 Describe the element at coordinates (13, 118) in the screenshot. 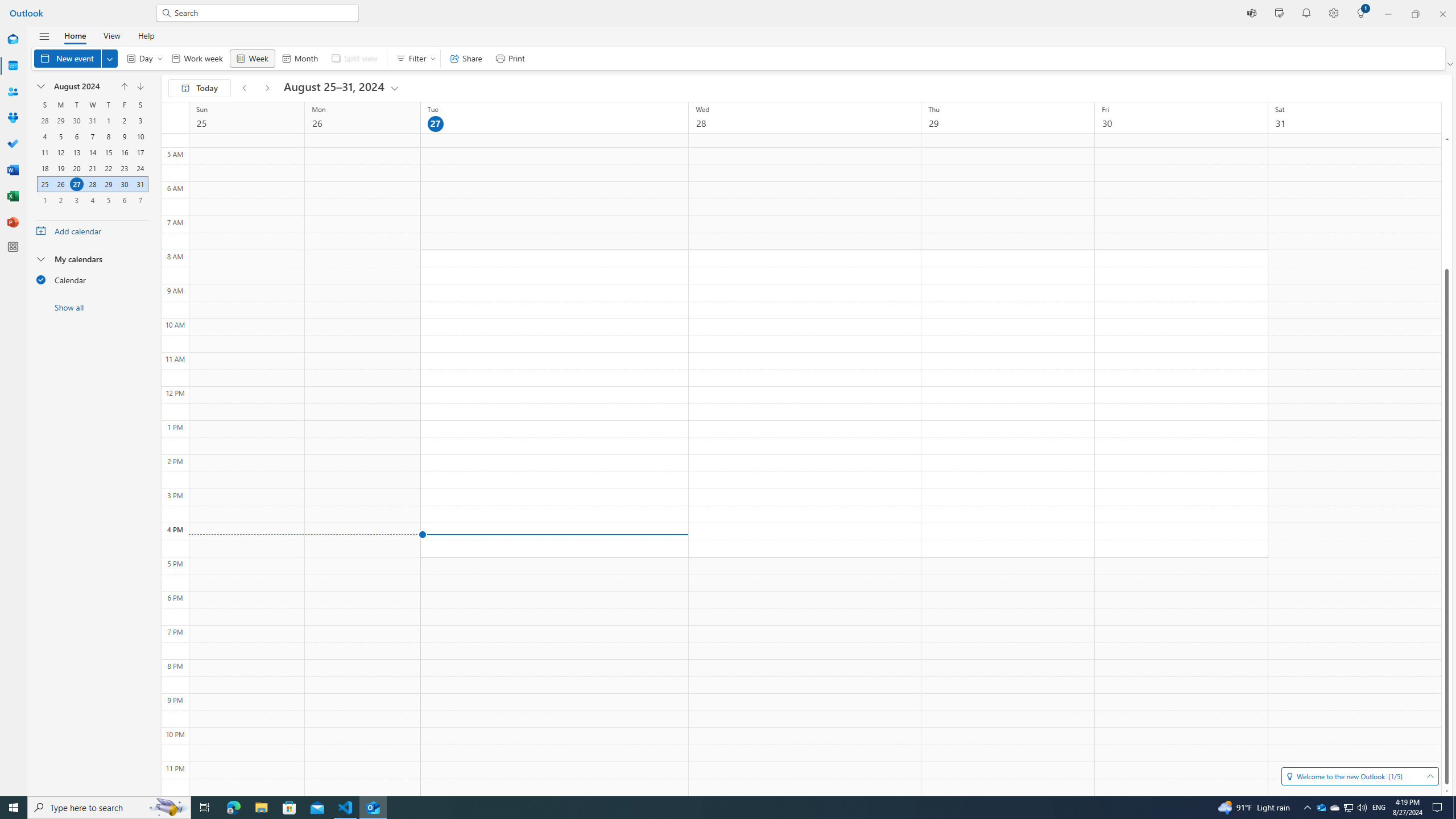

I see `'Groups'` at that location.